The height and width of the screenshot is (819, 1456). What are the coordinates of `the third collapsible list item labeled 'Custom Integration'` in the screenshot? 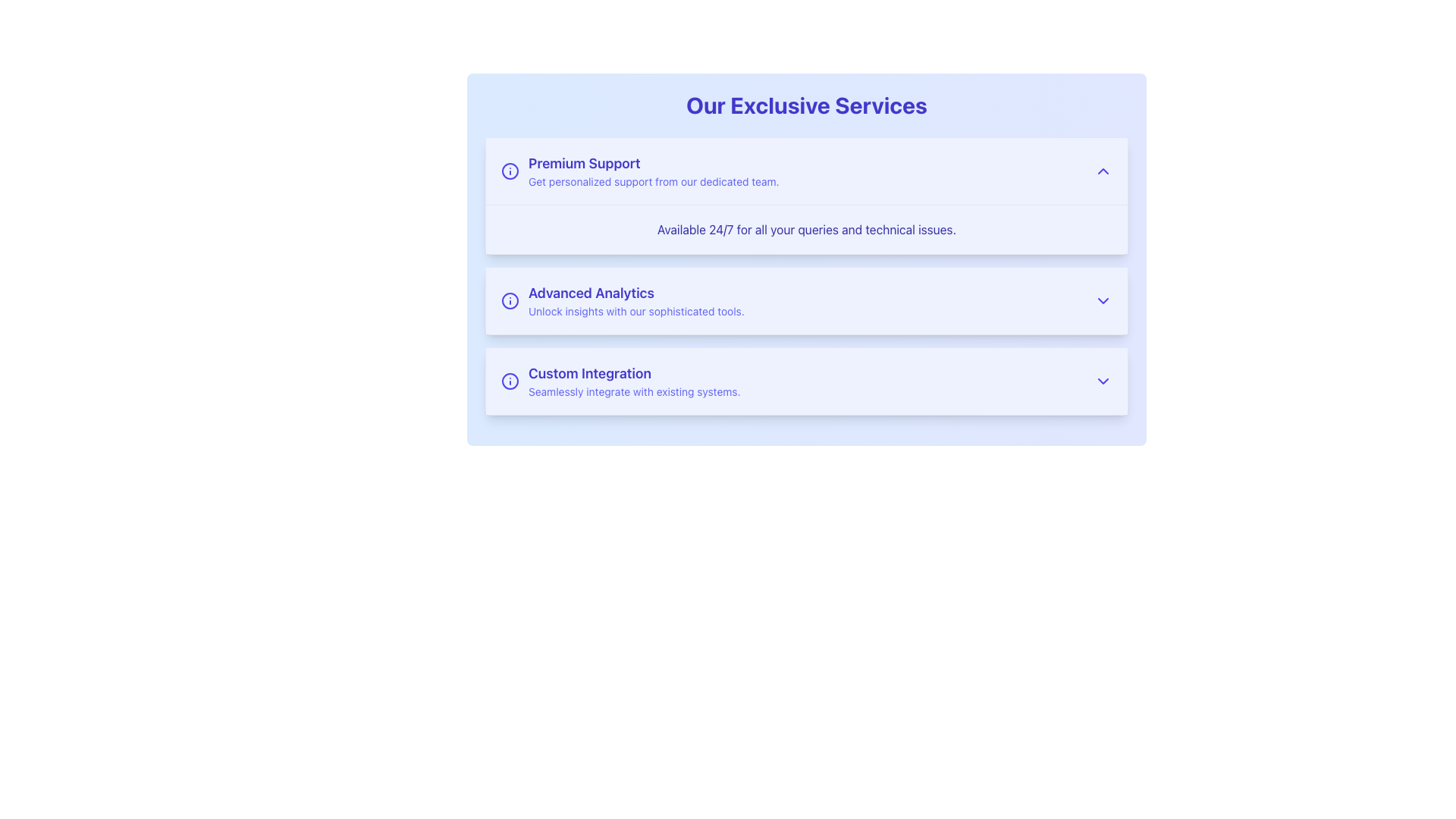 It's located at (806, 380).